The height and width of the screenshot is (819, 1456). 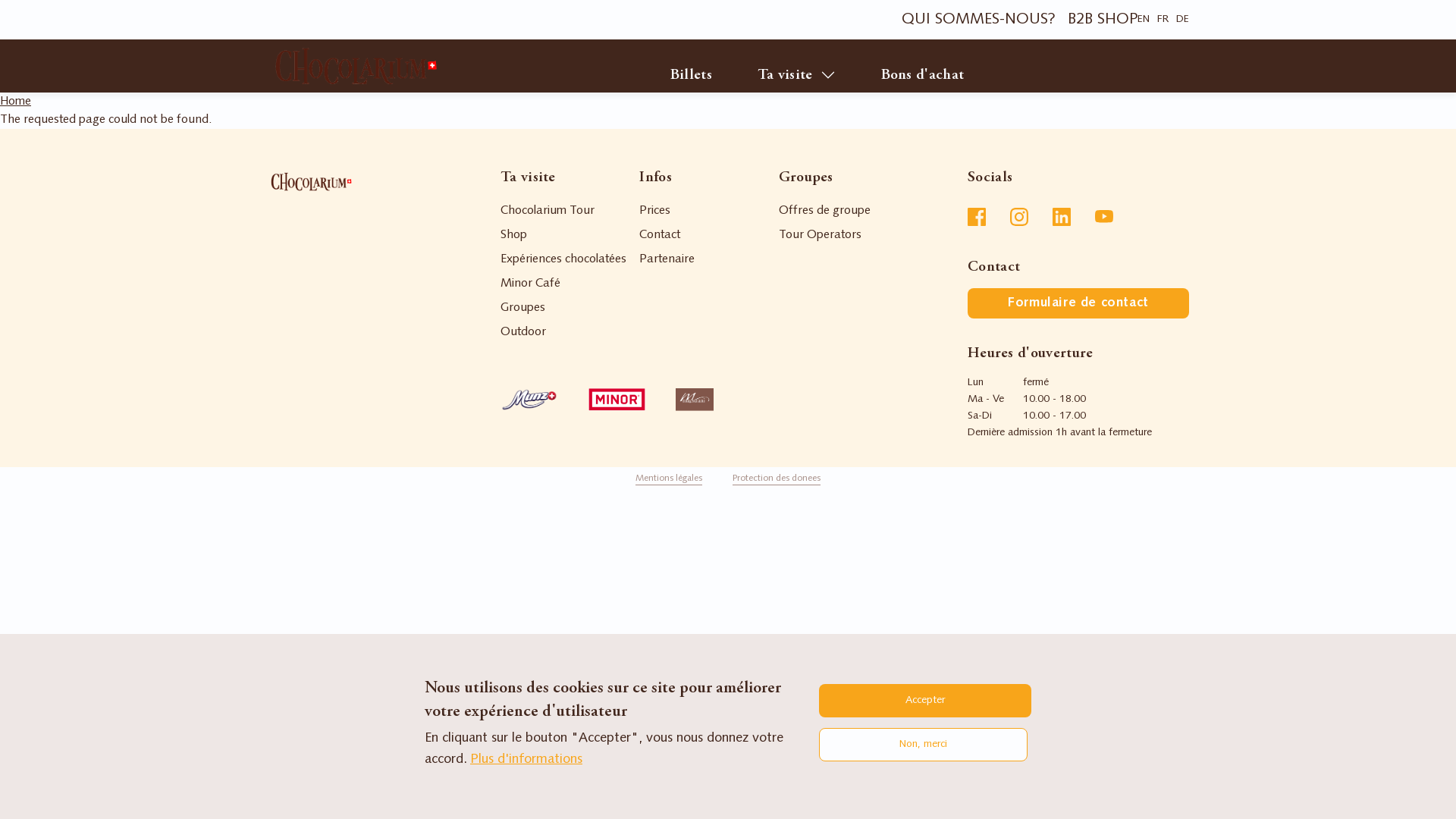 What do you see at coordinates (824, 210) in the screenshot?
I see `'Offres de groupe'` at bounding box center [824, 210].